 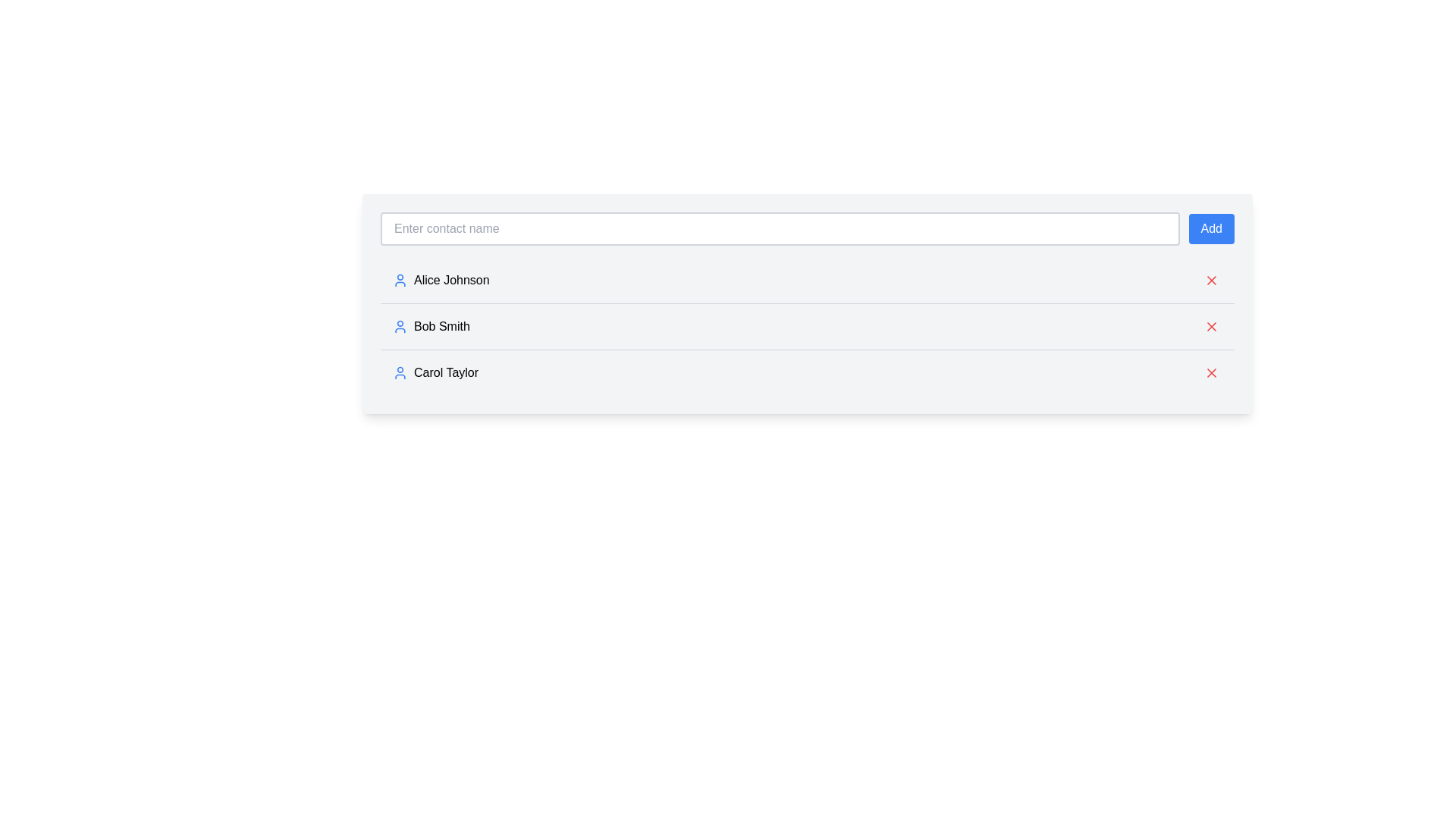 I want to click on keyboard navigation, so click(x=1211, y=326).